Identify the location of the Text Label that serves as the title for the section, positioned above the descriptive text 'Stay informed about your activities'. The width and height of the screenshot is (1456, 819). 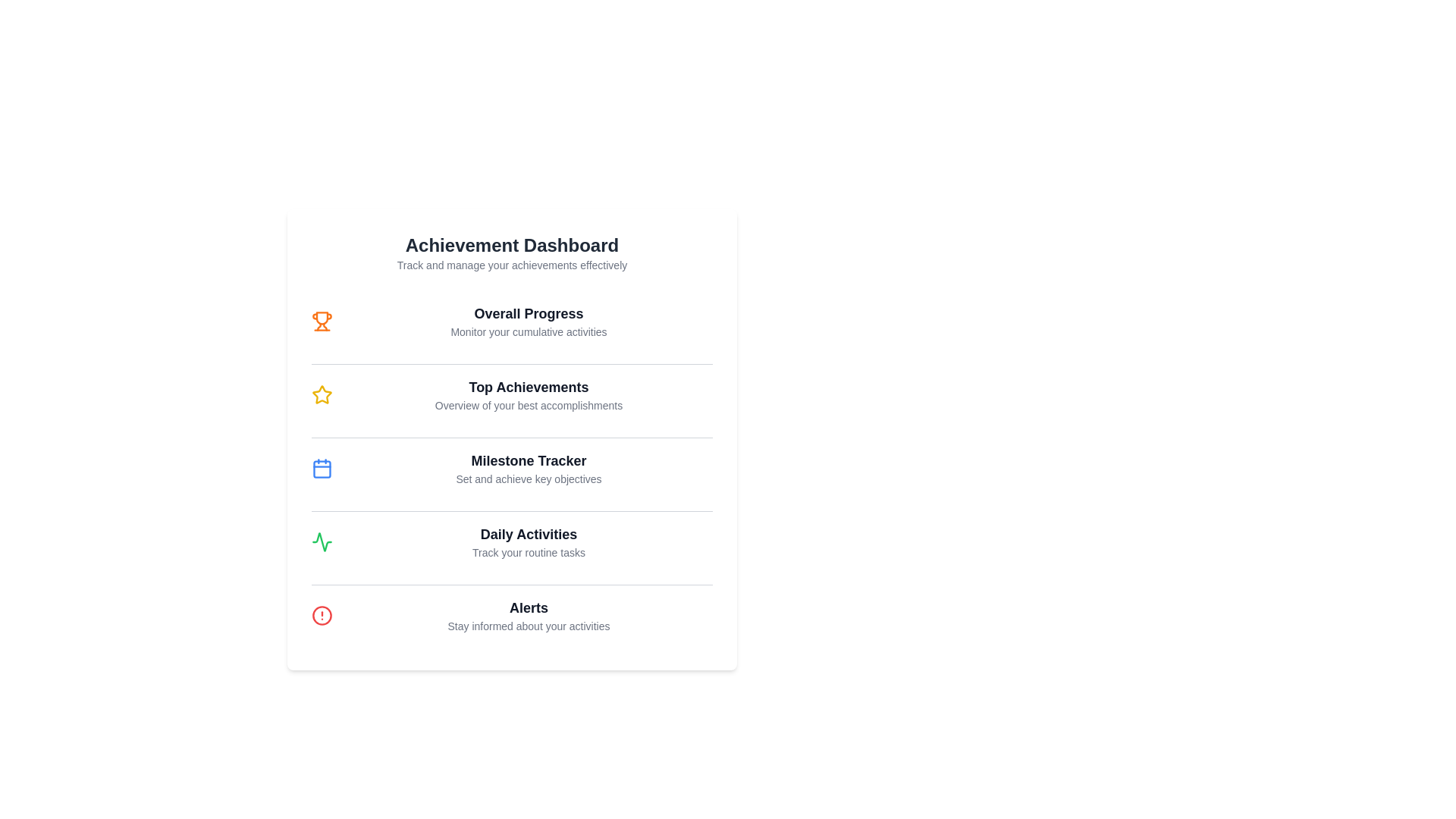
(529, 607).